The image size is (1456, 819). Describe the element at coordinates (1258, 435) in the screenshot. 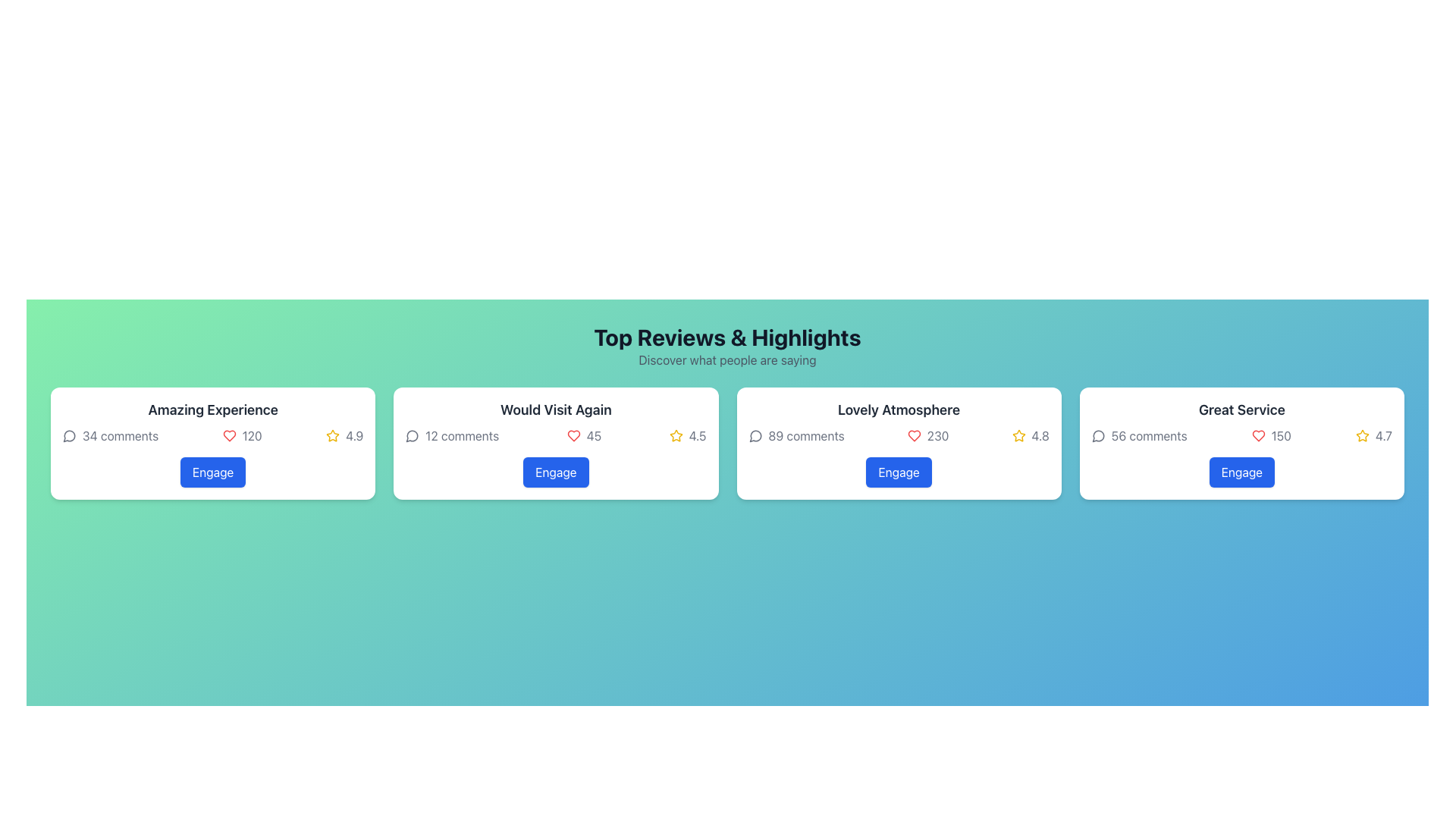

I see `the heart-shaped red icon representing likes or favorites, located in the 'Great Service' card under 'Top Reviews & Highlights', positioned to the right of the comments count` at that location.